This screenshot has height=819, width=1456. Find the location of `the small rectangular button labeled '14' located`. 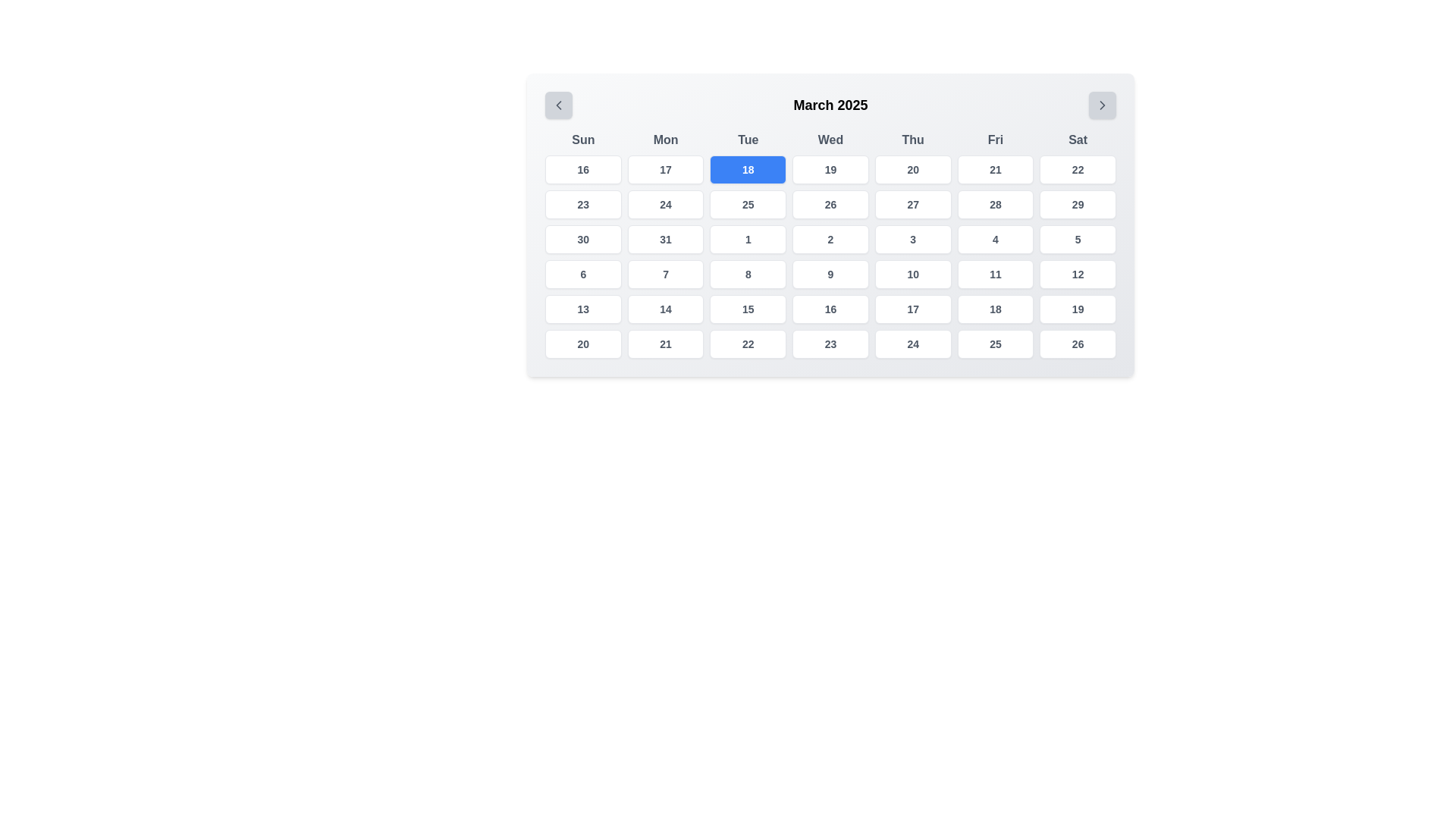

the small rectangular button labeled '14' located is located at coordinates (666, 309).